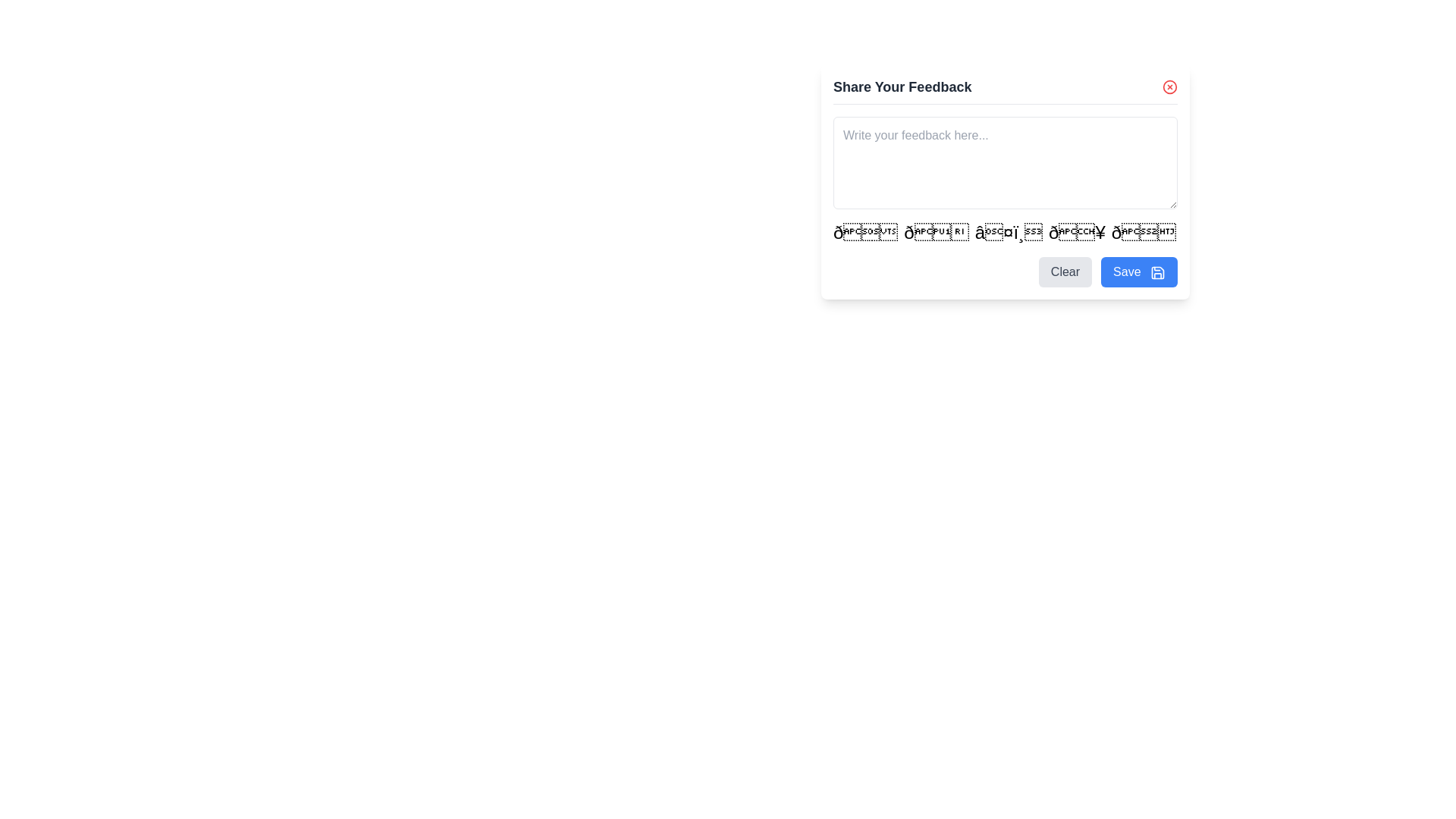  Describe the element at coordinates (935, 233) in the screenshot. I see `the interactive emoji-style button '👍' located between the smiley face emoji and the heart emoji in the feedback-sharing section` at that location.